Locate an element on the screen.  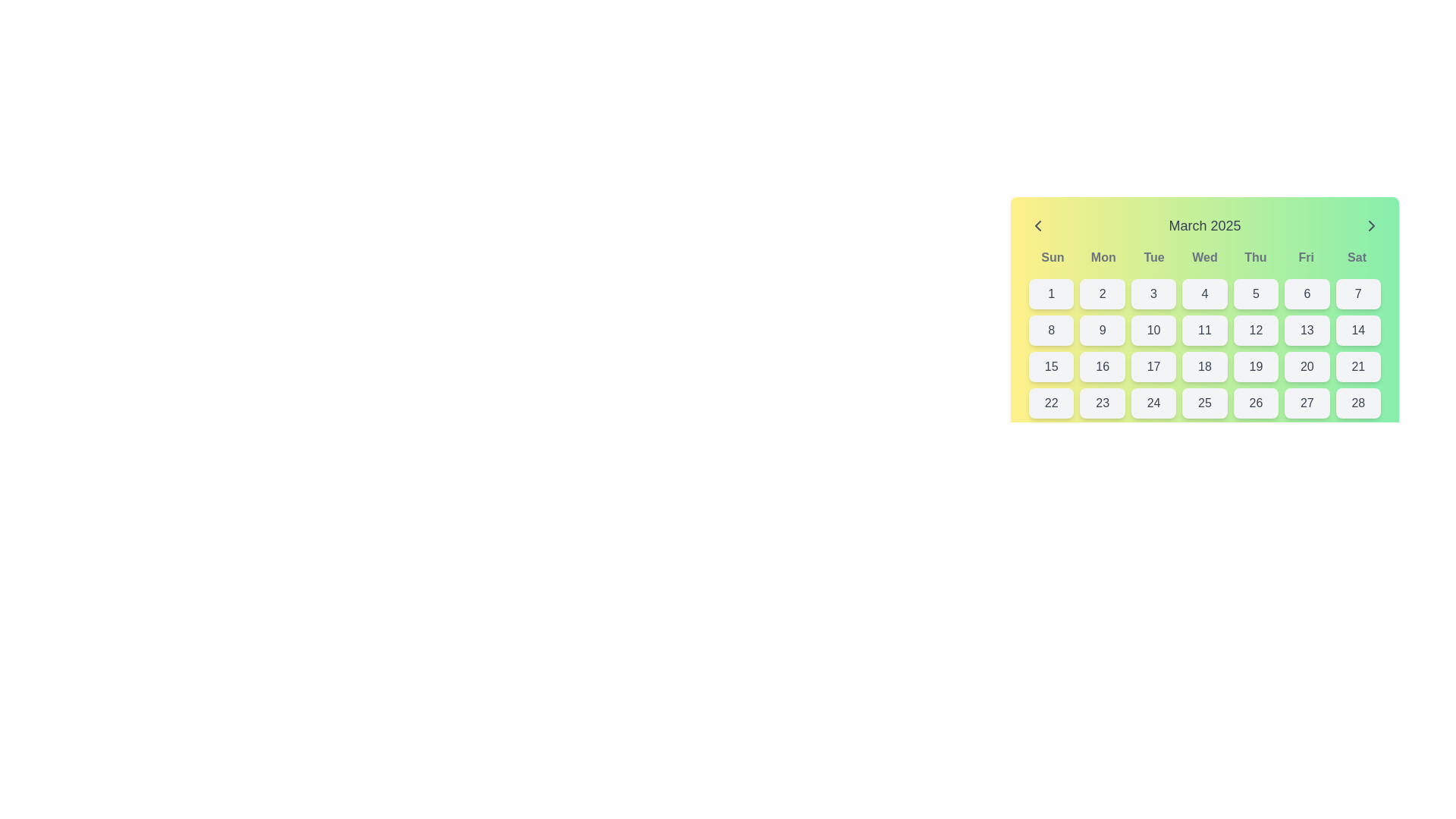
the button representing the 16th day of the month in the calendar layout is located at coordinates (1103, 366).